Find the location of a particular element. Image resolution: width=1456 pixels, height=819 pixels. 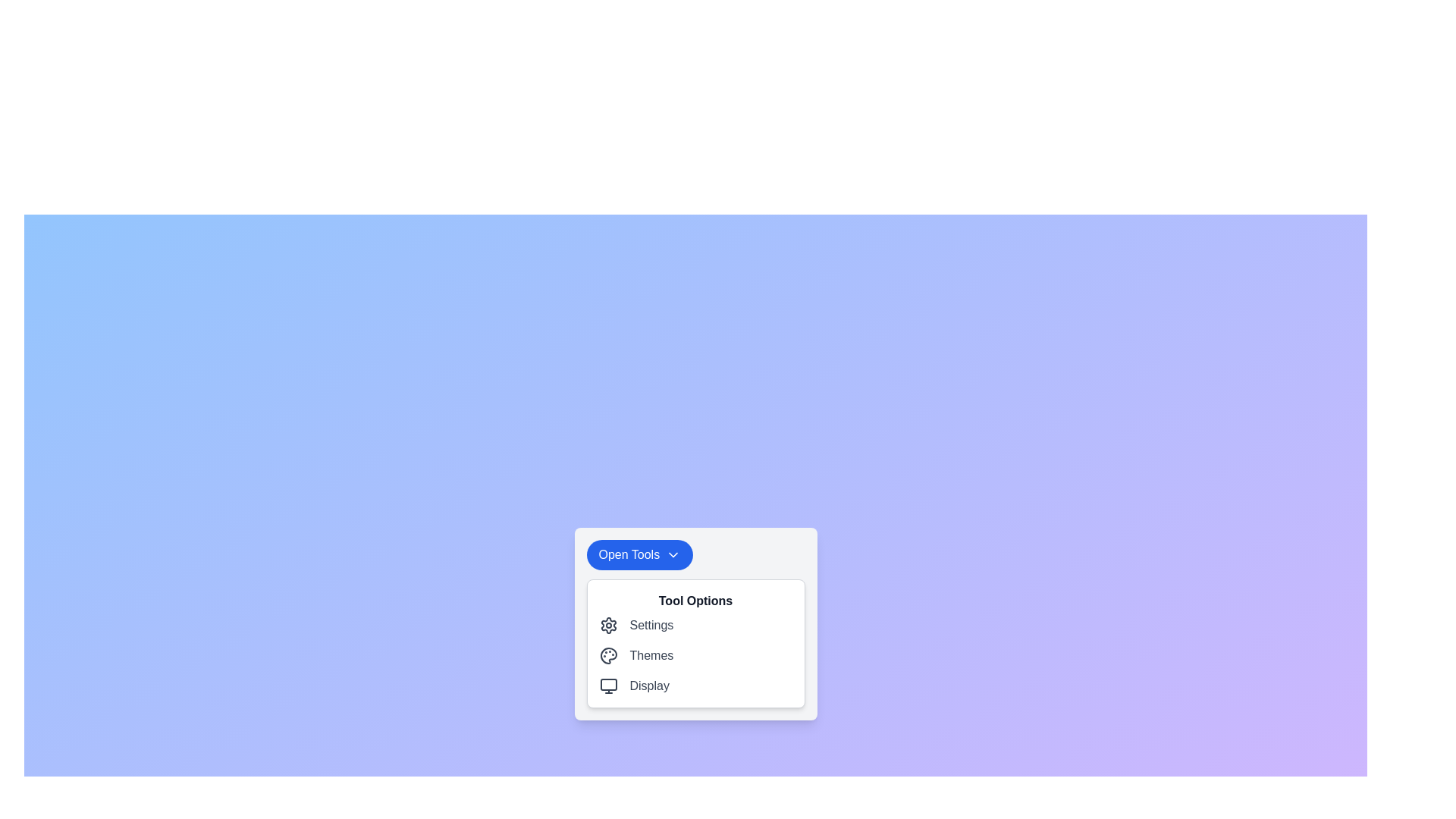

one of the selectable options in the settings sub-menu located below the 'Open Tools' button is located at coordinates (695, 643).